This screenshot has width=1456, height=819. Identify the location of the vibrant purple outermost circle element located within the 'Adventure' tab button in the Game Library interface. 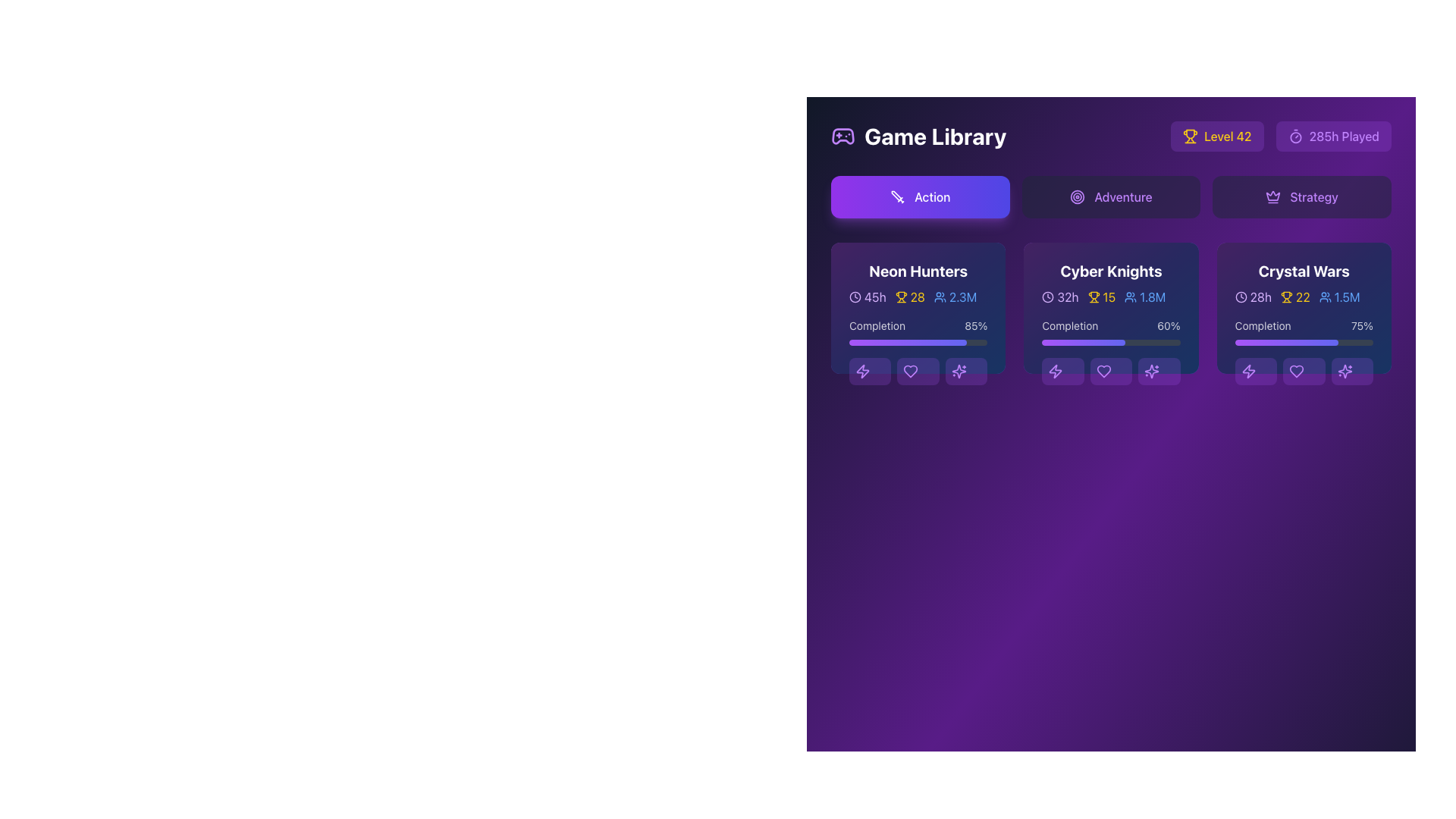
(1077, 196).